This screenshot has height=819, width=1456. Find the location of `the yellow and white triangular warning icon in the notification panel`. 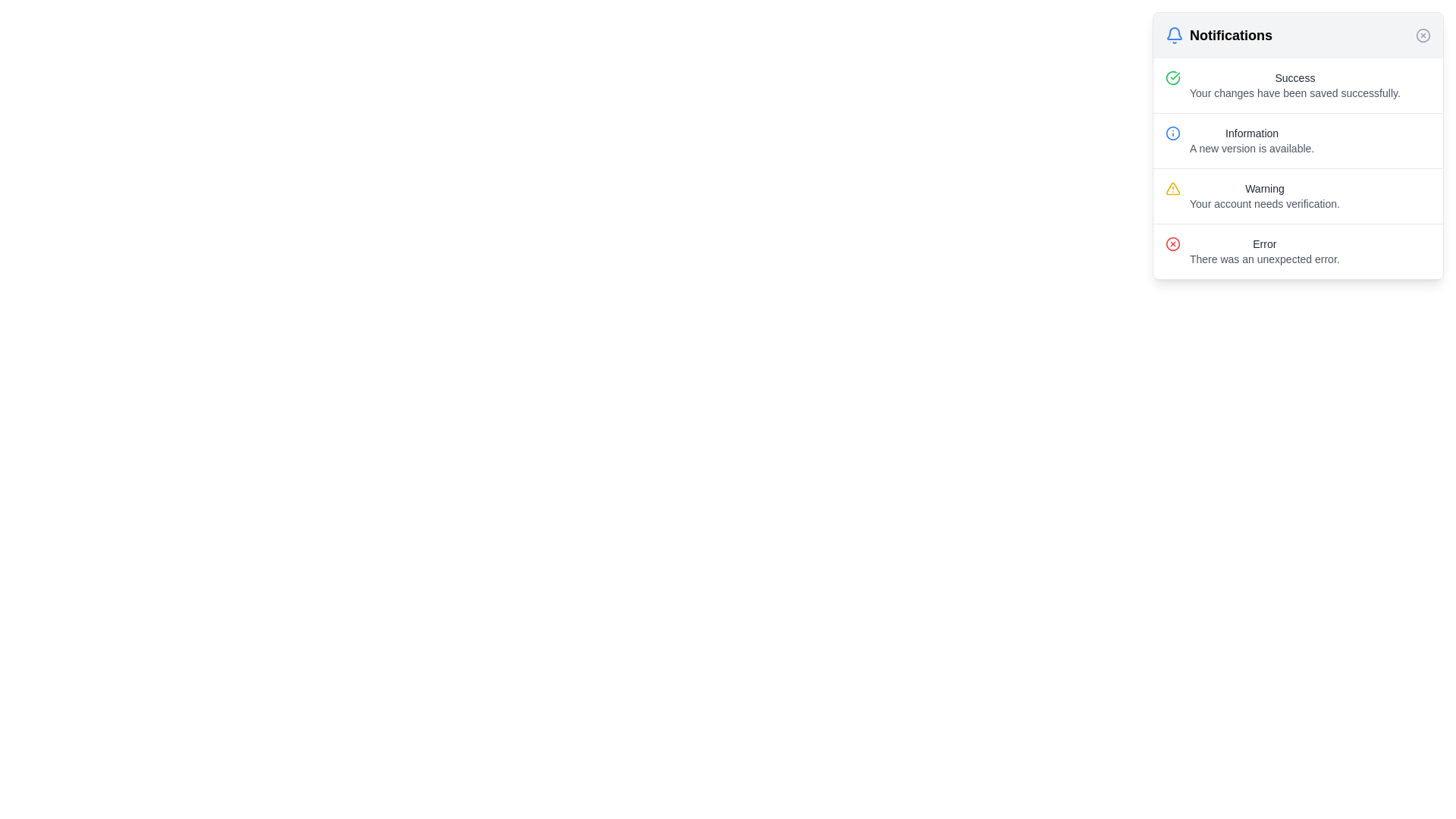

the yellow and white triangular warning icon in the notification panel is located at coordinates (1172, 187).